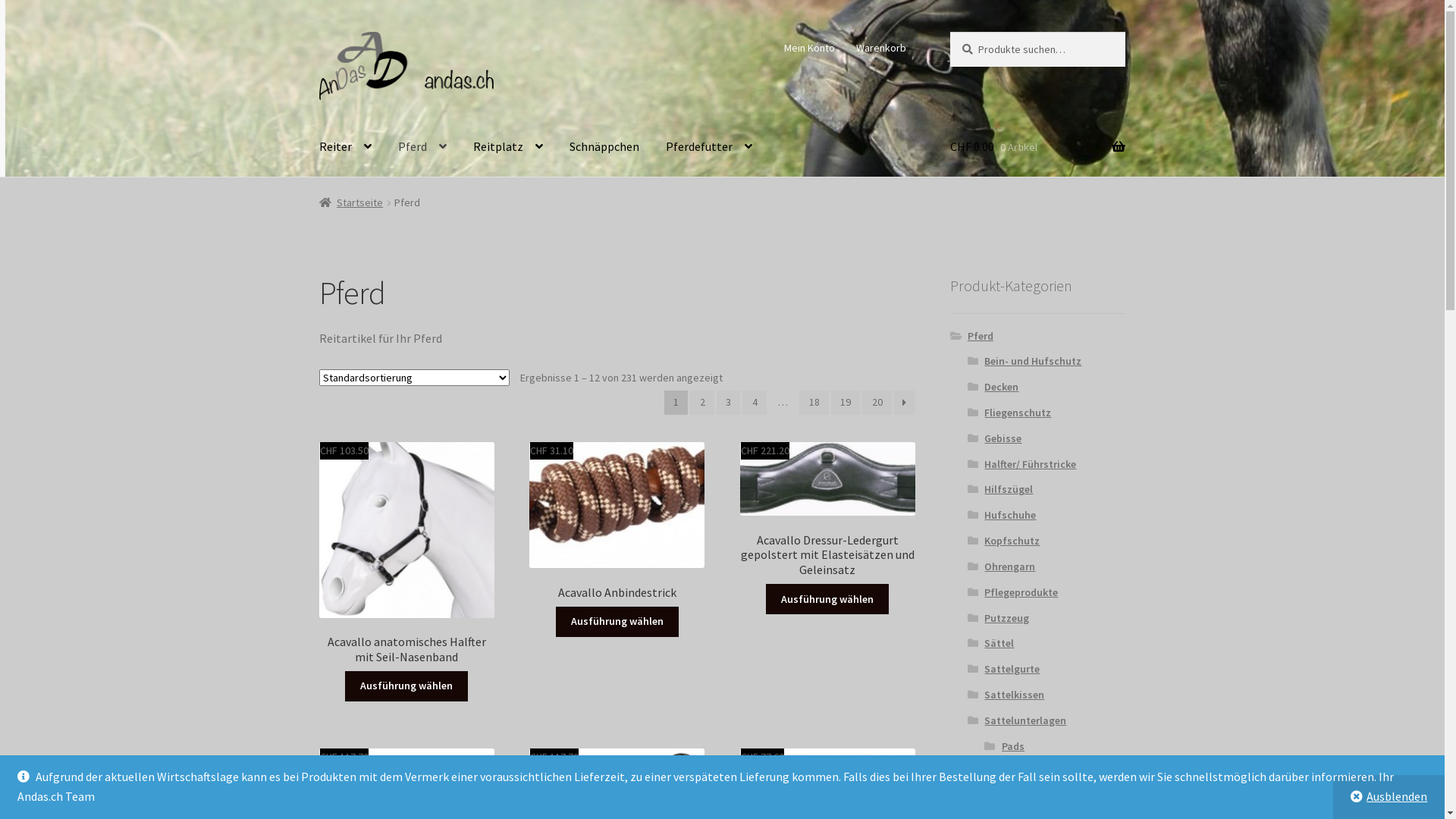 The width and height of the screenshot is (1456, 819). Describe the element at coordinates (1032, 360) in the screenshot. I see `'Bein- und Hufschutz'` at that location.